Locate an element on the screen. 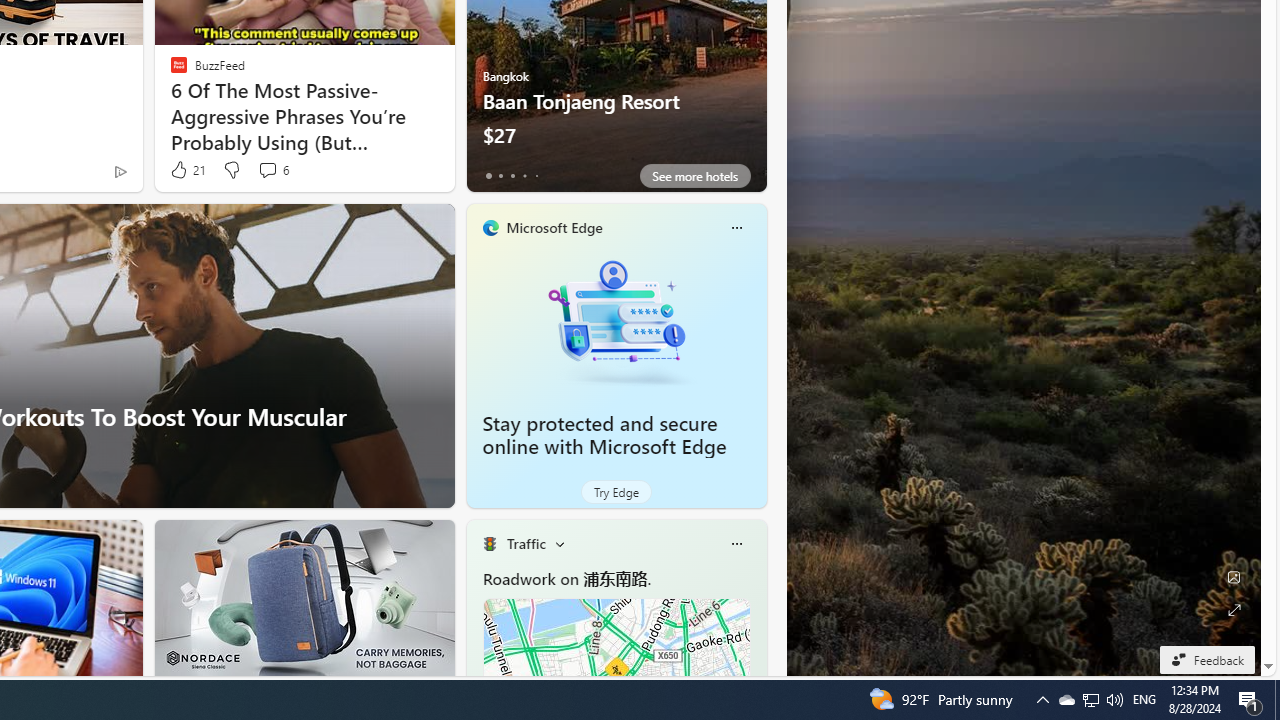 The image size is (1280, 720). 'Dislike' is located at coordinates (231, 169).